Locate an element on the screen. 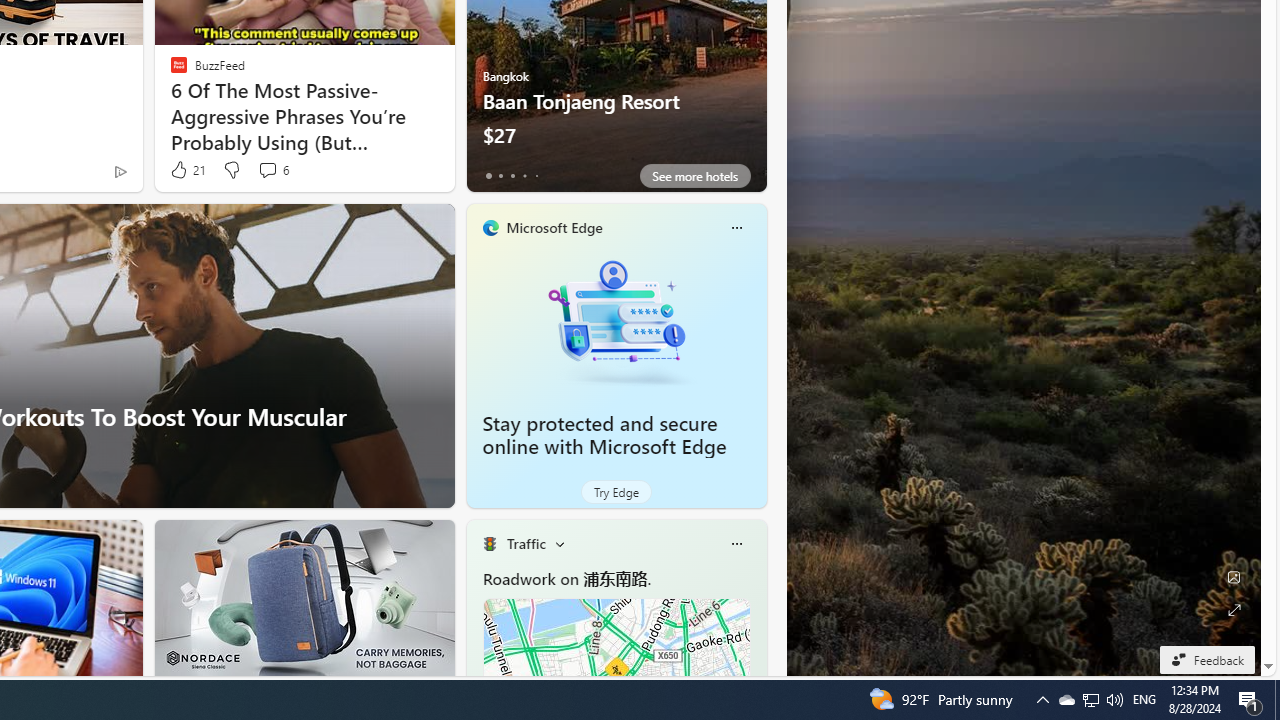 The image size is (1280, 720). 'Dislike' is located at coordinates (231, 169).